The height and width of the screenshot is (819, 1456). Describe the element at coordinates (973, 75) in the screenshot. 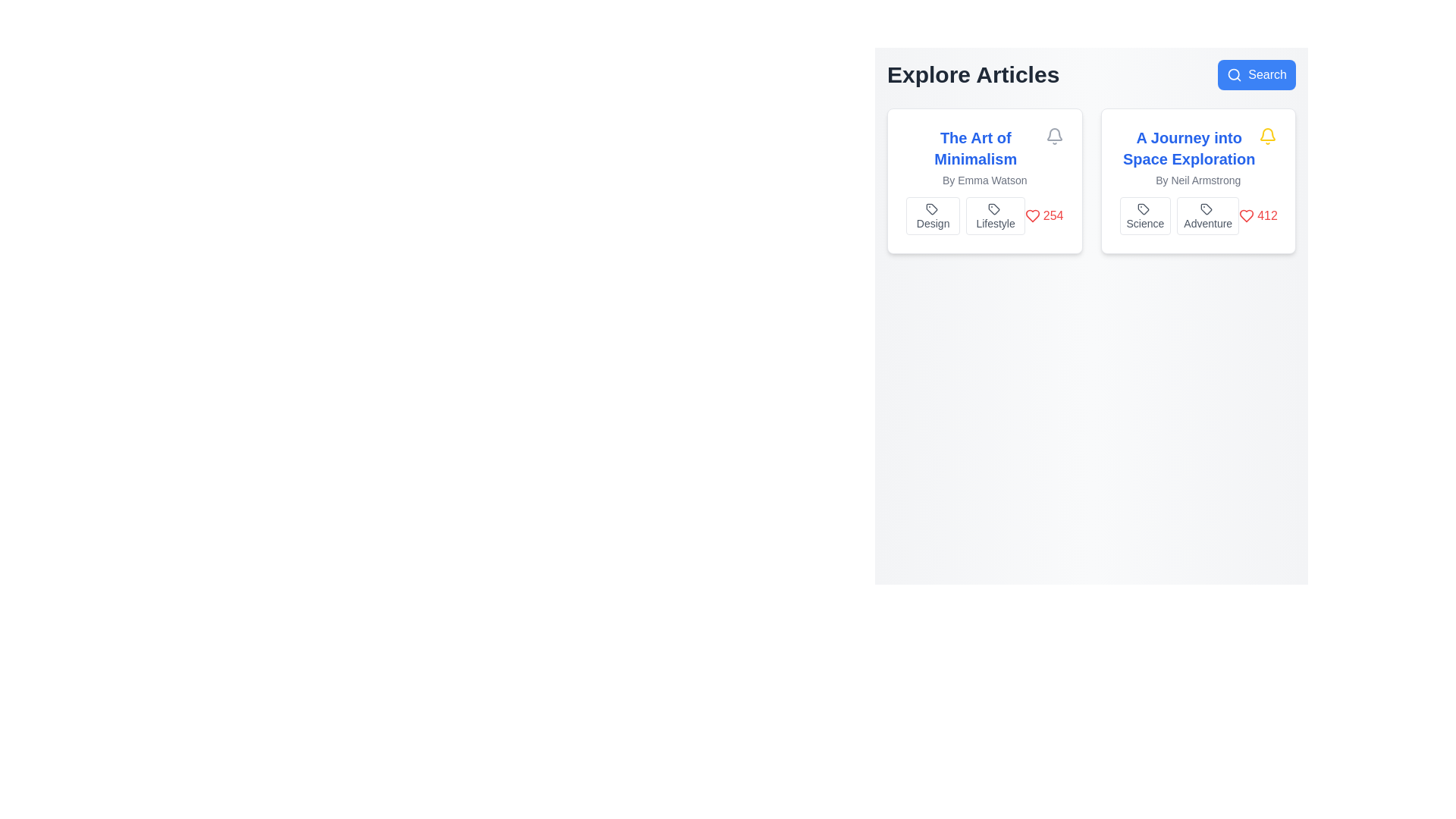

I see `section heading text element located at the top left of the header, which introduces the content area below` at that location.